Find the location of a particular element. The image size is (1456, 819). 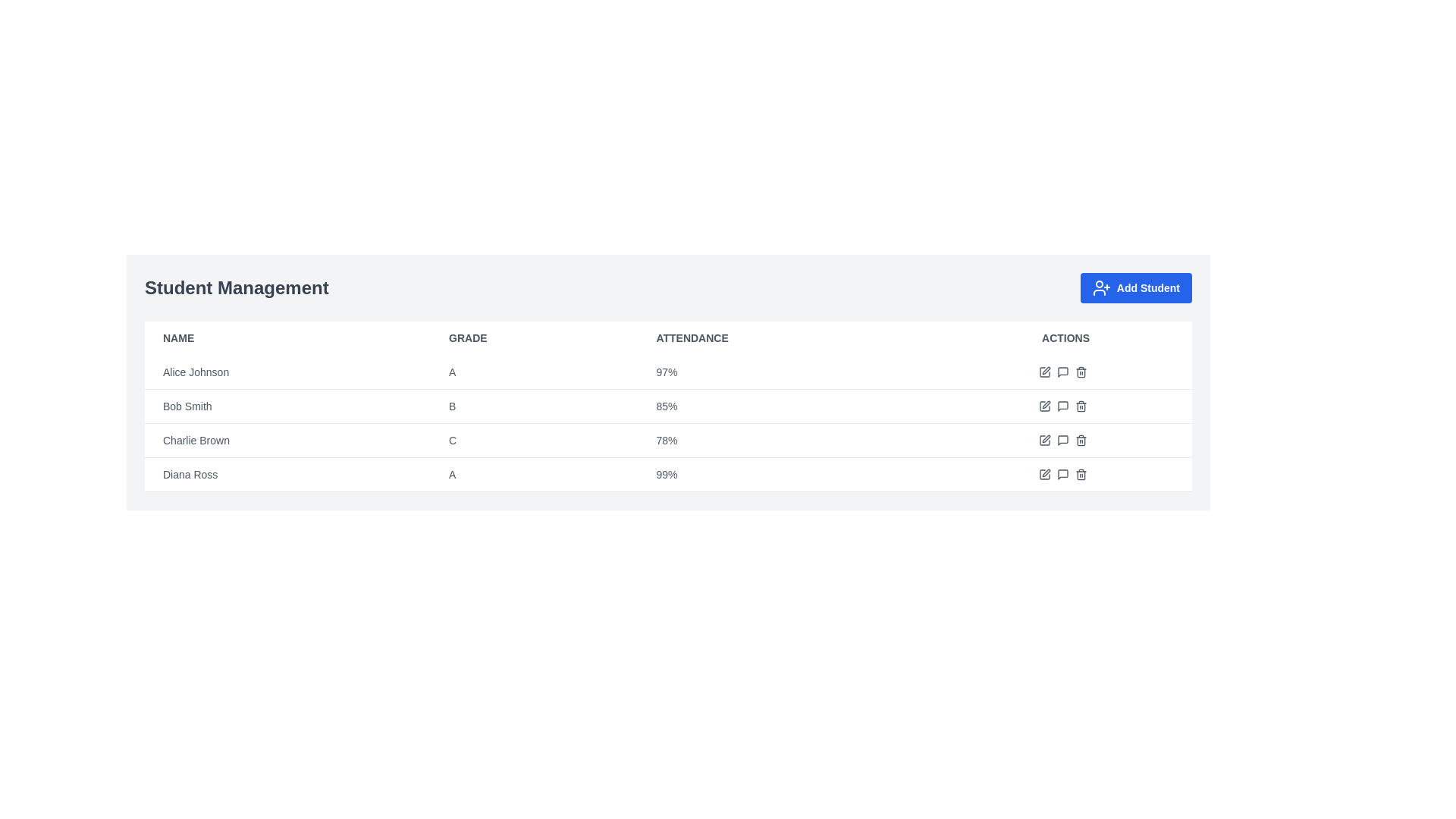

the Trash Can icon in the Actions column of the table row for 'Charlie Brown' is located at coordinates (1080, 441).